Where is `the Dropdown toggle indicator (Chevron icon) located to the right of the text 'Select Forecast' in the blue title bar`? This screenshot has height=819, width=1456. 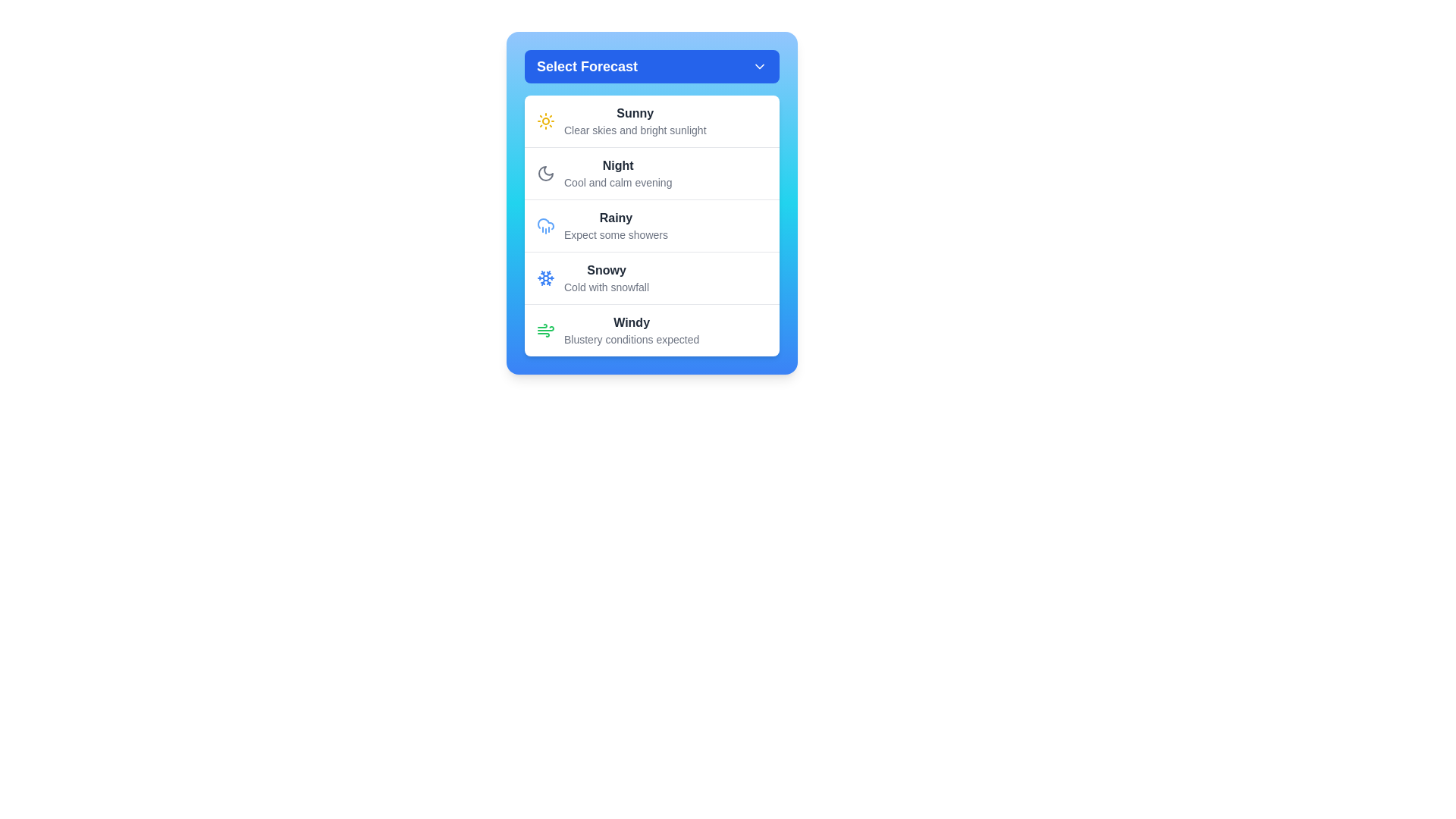 the Dropdown toggle indicator (Chevron icon) located to the right of the text 'Select Forecast' in the blue title bar is located at coordinates (760, 66).